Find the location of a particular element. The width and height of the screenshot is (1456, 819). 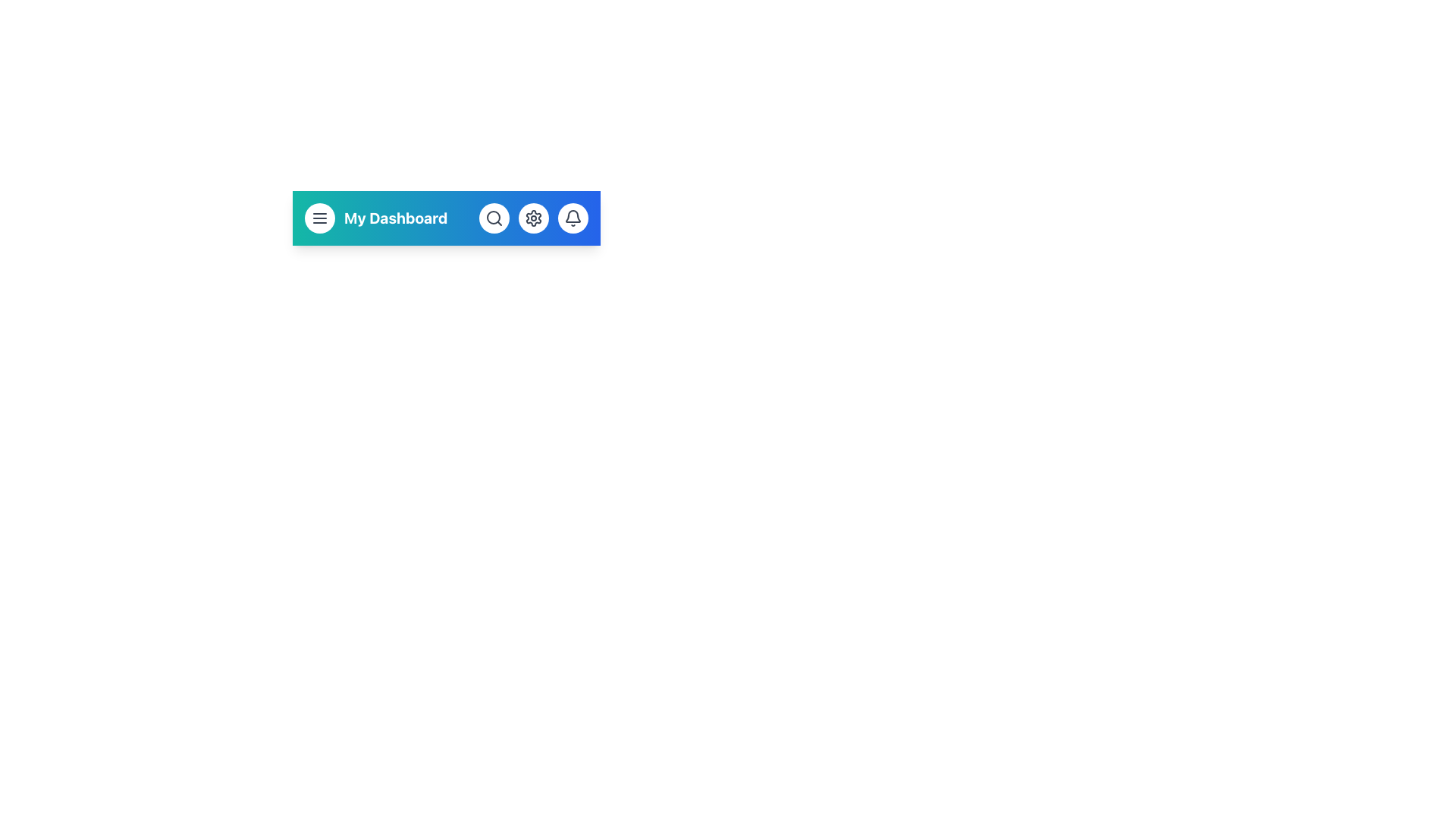

the circular graphical element within the icon located at the center of the toolbar is located at coordinates (494, 217).